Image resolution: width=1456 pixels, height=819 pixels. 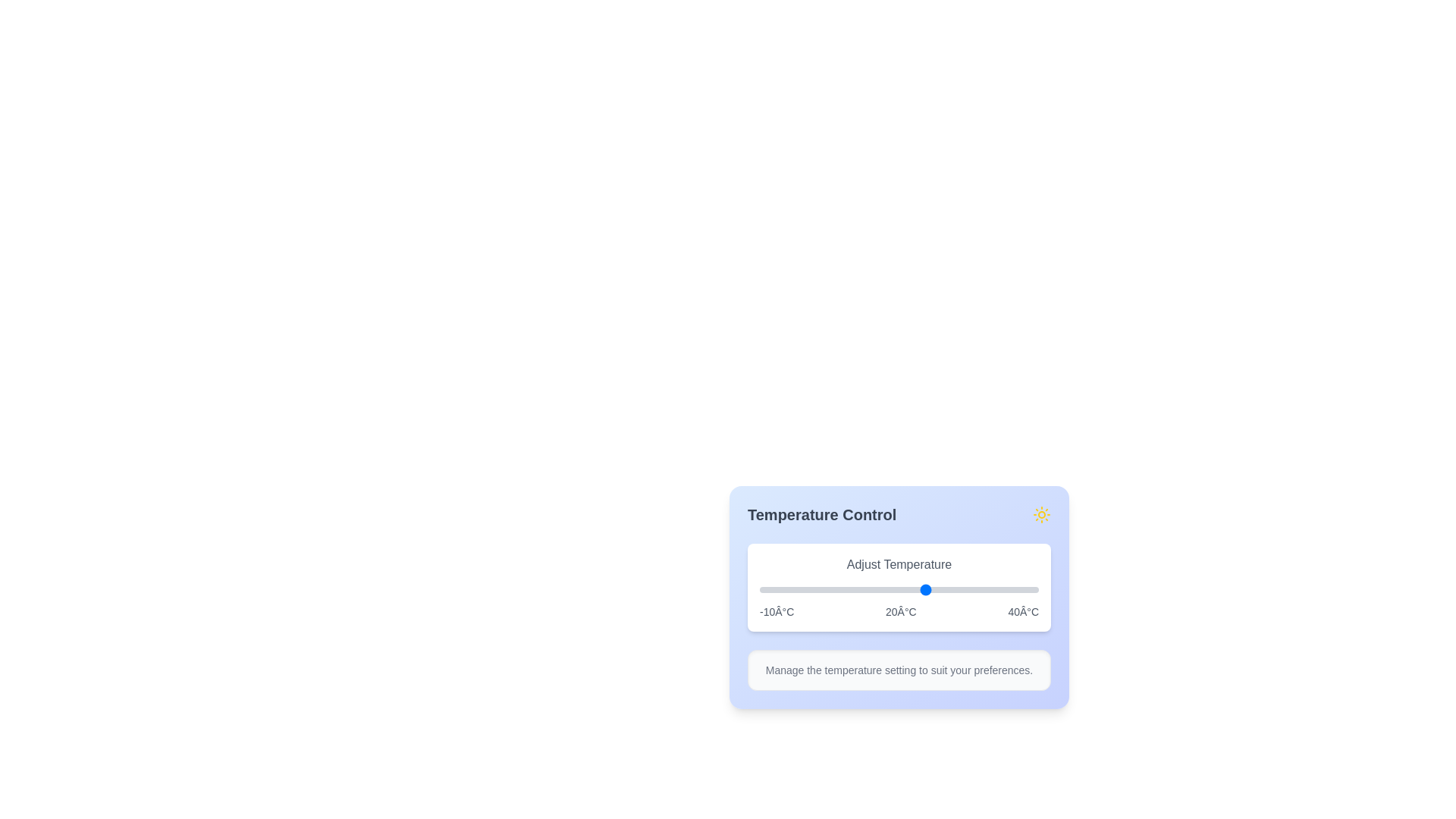 What do you see at coordinates (782, 589) in the screenshot?
I see `the temperature slider to set the temperature to -6°C` at bounding box center [782, 589].